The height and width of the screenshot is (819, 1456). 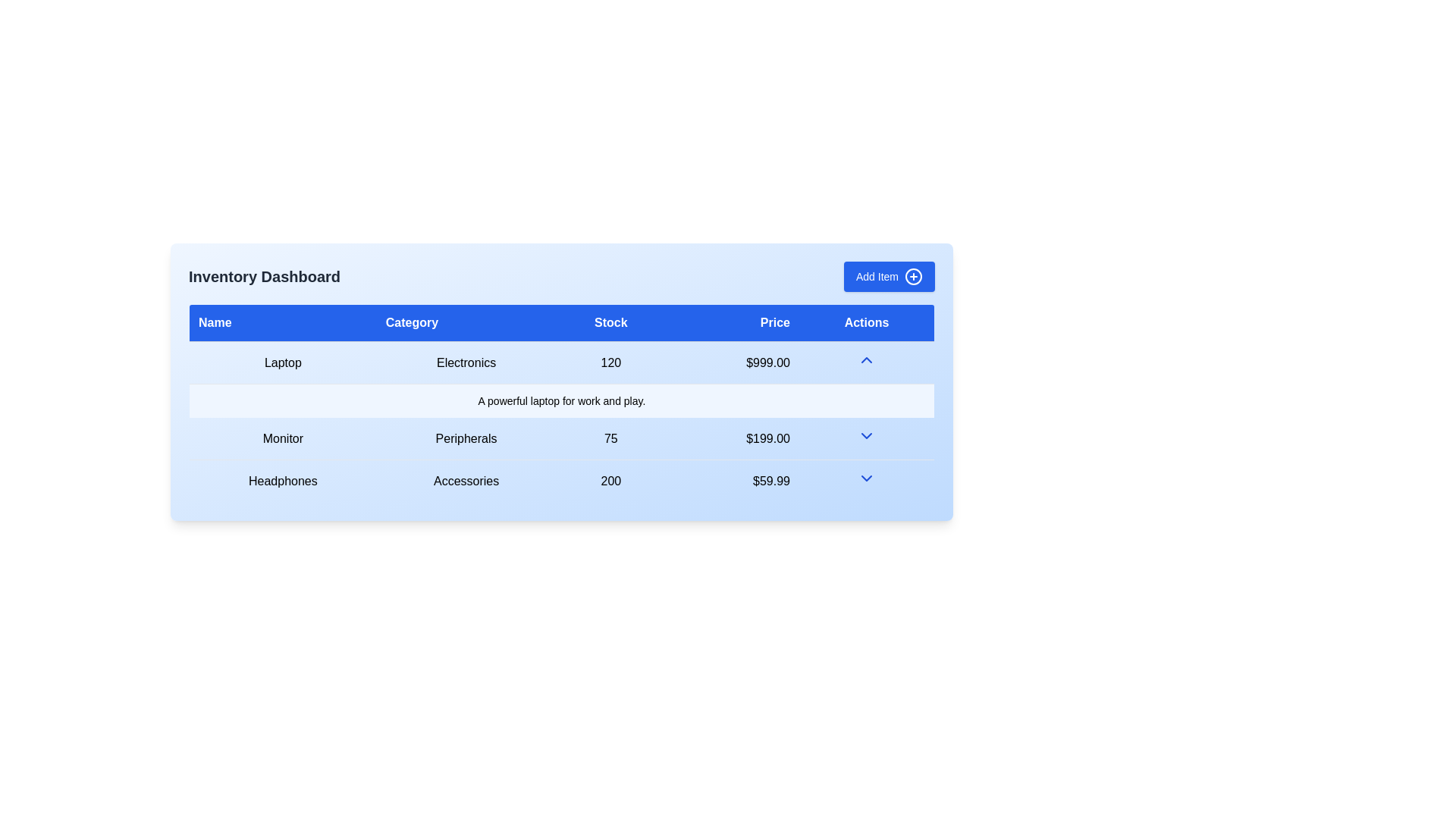 I want to click on the header cell labeled 'Actions', which has a blue background and white text, located at the top row of the table, so click(x=867, y=322).